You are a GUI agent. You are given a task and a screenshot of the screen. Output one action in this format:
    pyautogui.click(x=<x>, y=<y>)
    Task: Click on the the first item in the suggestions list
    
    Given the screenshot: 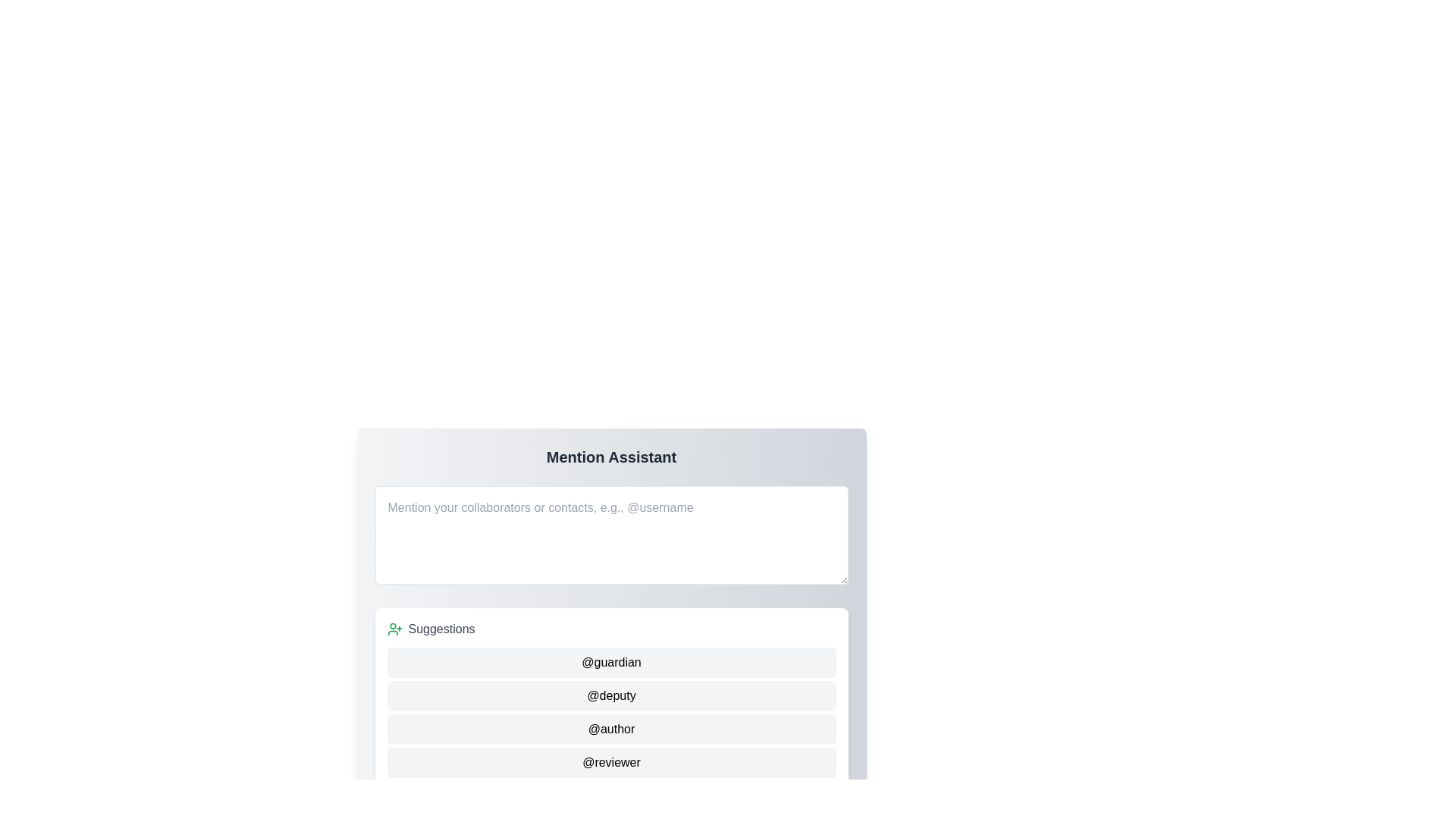 What is the action you would take?
    pyautogui.click(x=611, y=662)
    